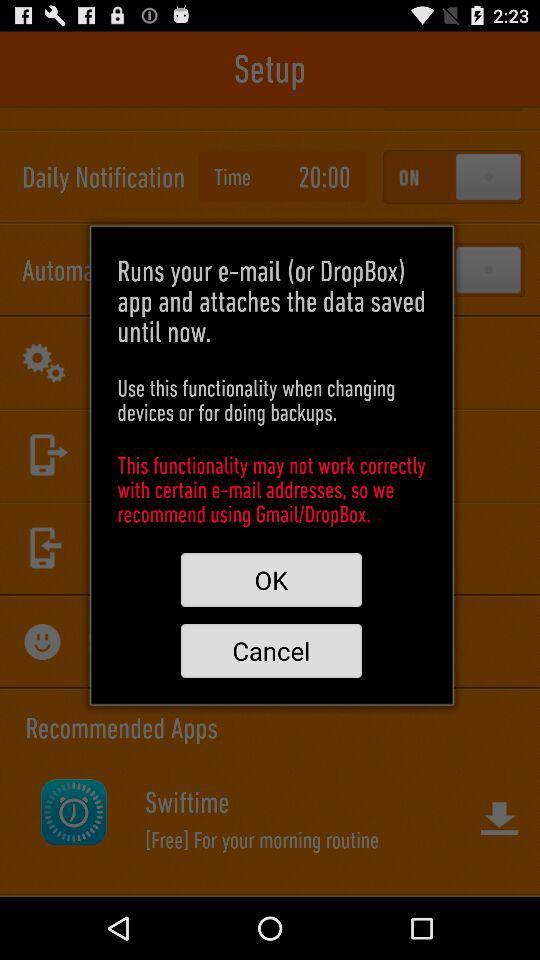 The width and height of the screenshot is (540, 960). Describe the element at coordinates (270, 580) in the screenshot. I see `ok button` at that location.